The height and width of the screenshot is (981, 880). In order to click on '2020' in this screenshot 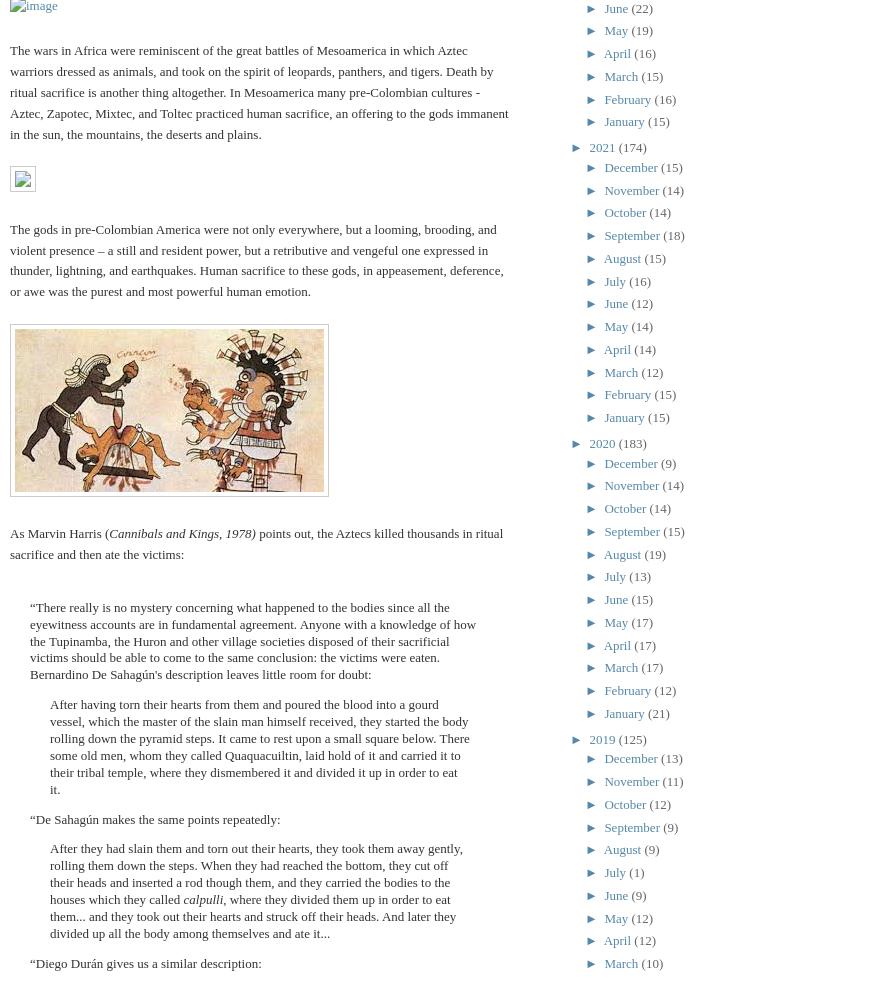, I will do `click(602, 442)`.